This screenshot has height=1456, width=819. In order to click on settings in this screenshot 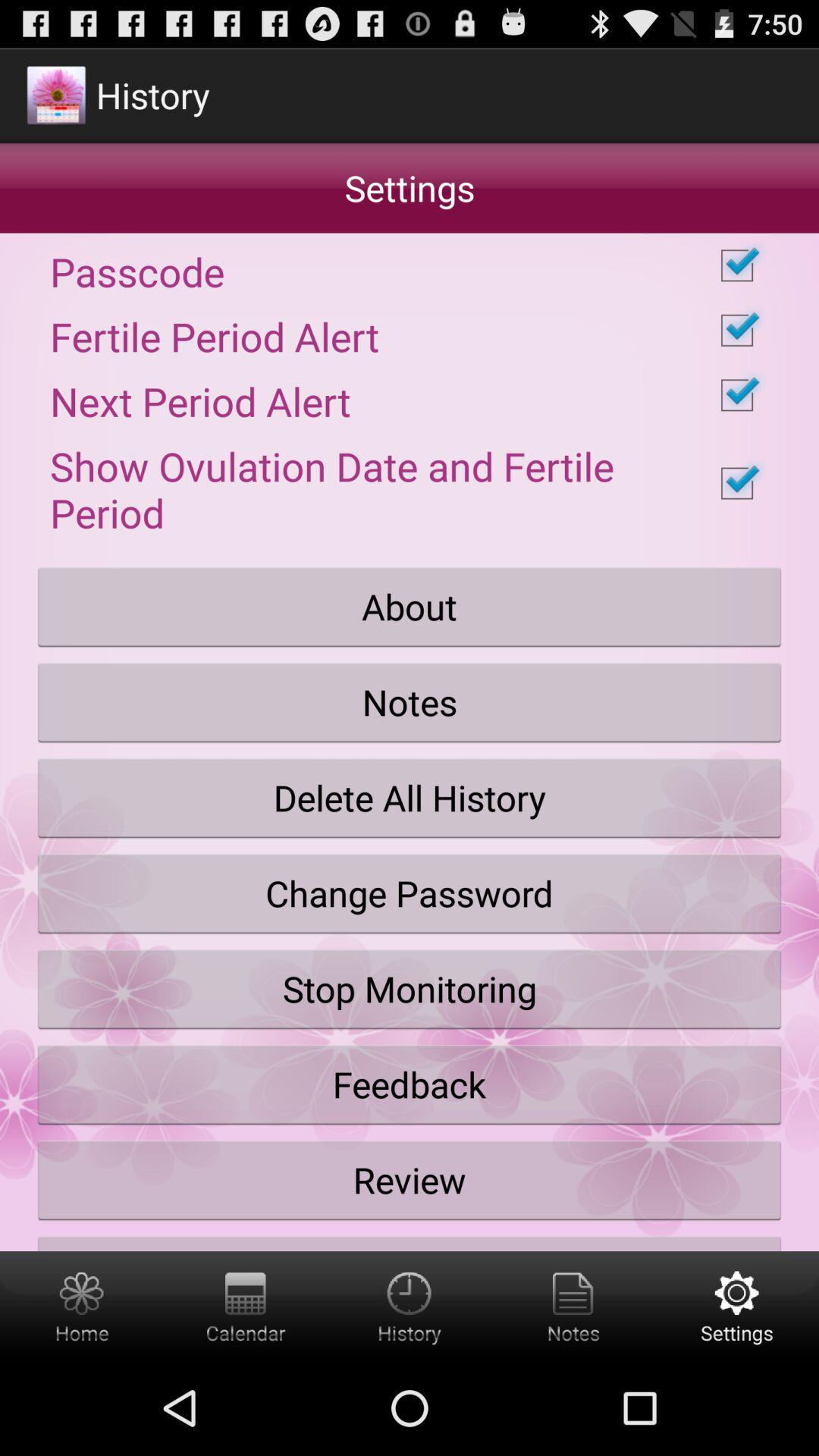, I will do `click(736, 1305)`.